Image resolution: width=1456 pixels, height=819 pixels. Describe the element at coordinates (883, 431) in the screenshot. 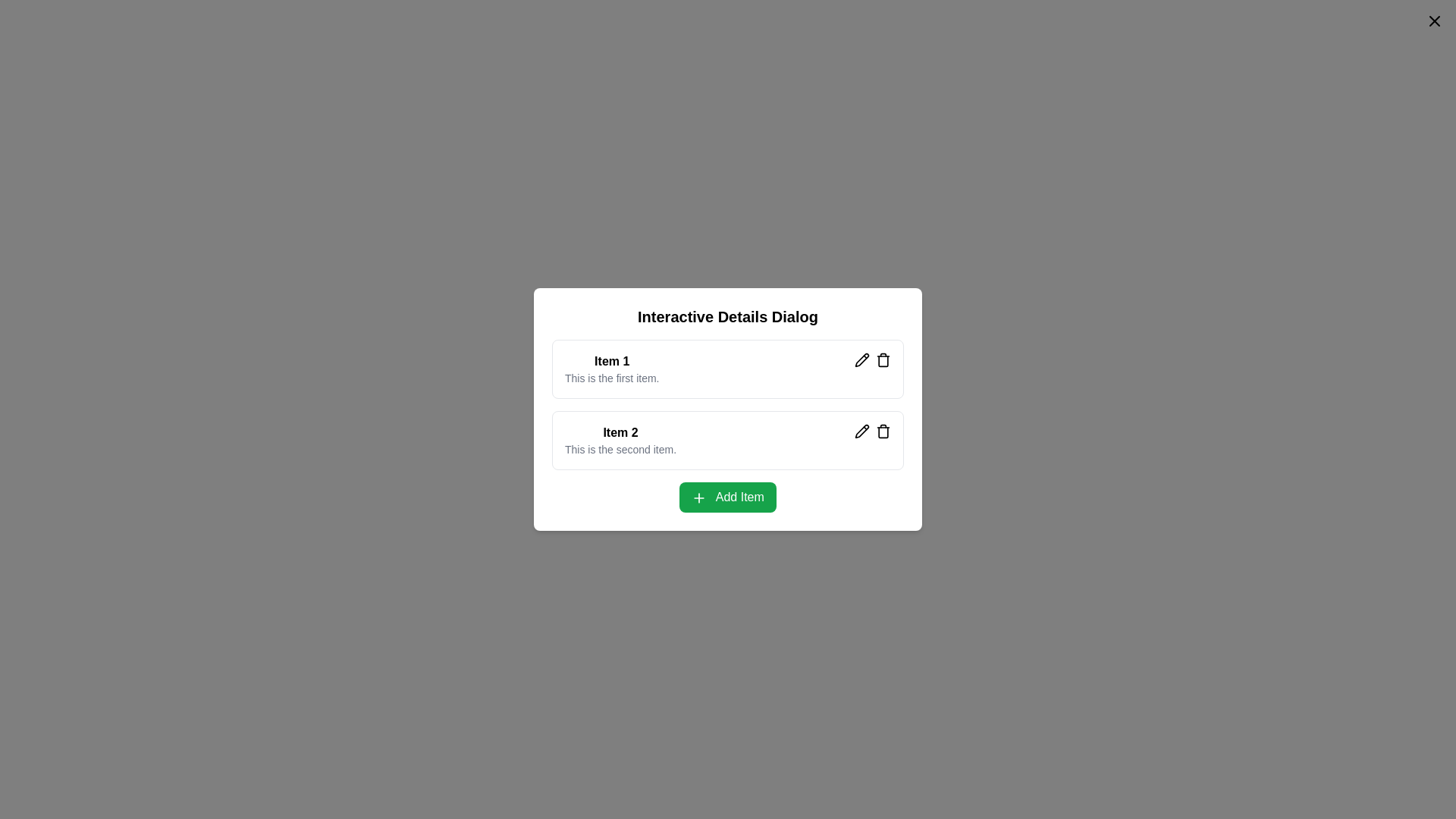

I see `the trash bin icon located in the 'Item 2' section of the 'Interactive Details Dialog'` at that location.